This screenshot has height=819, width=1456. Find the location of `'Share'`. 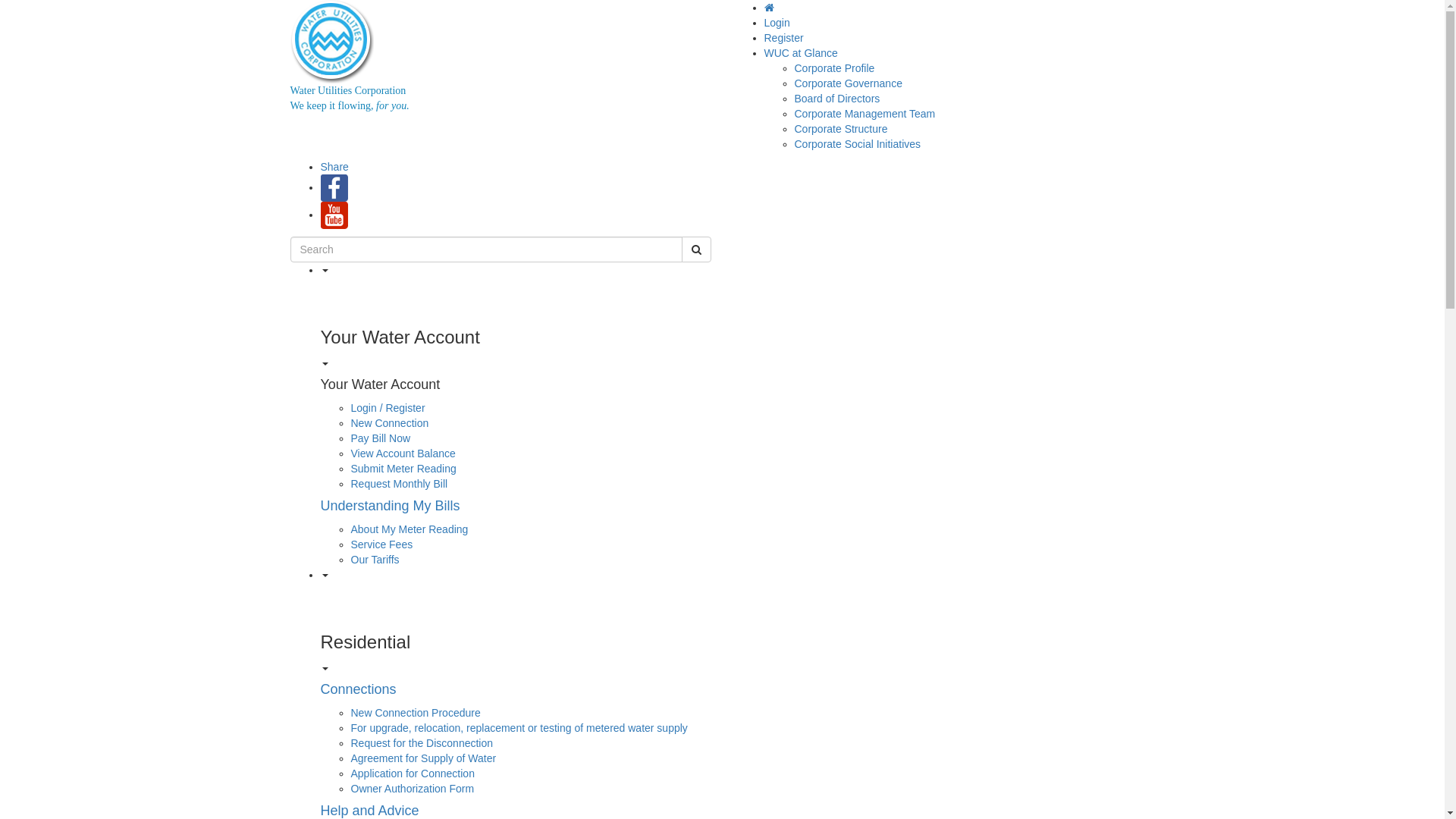

'Share' is located at coordinates (333, 166).